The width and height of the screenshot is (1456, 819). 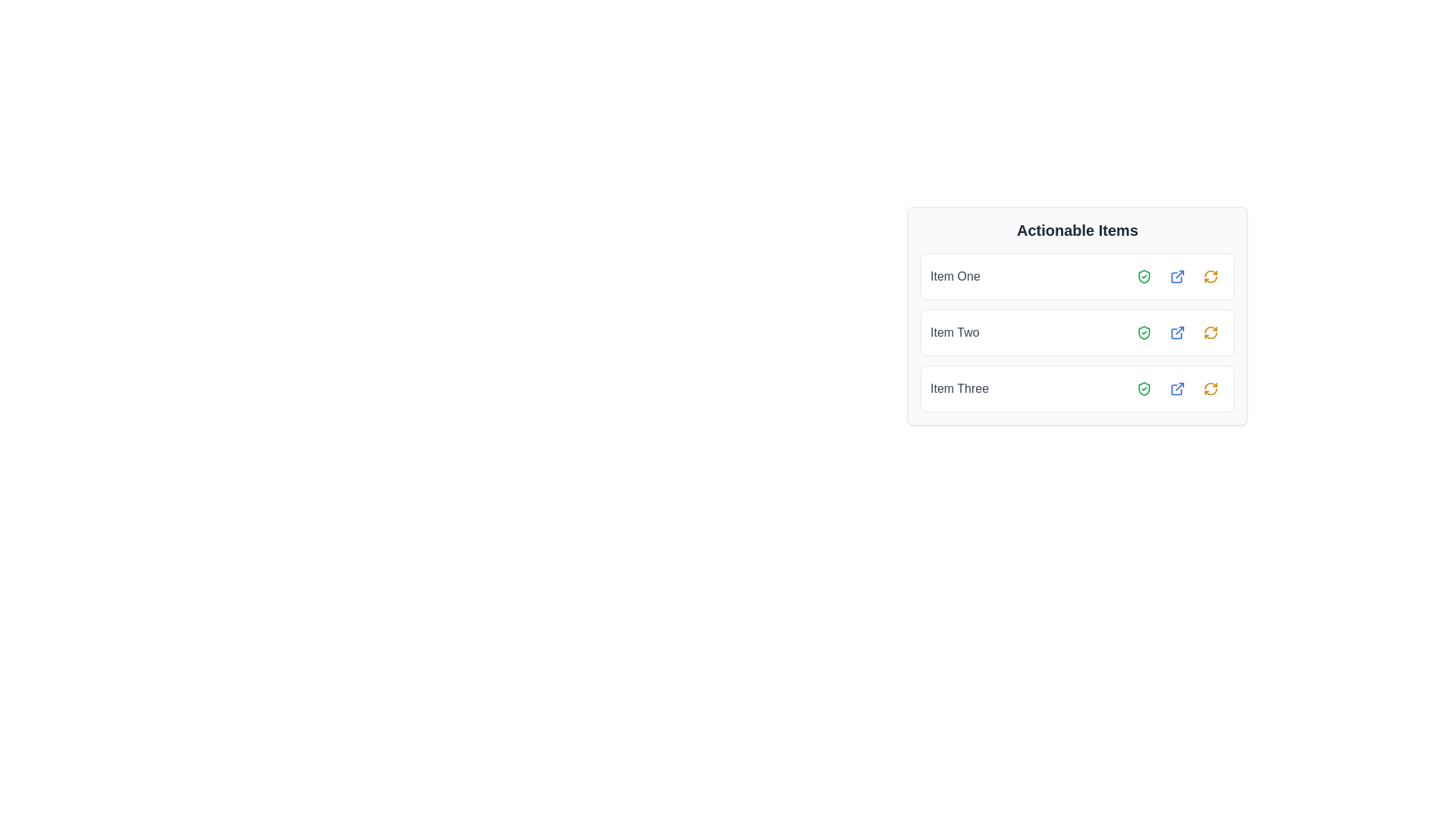 I want to click on the external link icon located in the third row of the 'Actionable Items' table, adjacent to 'Item Three', so click(x=1177, y=388).